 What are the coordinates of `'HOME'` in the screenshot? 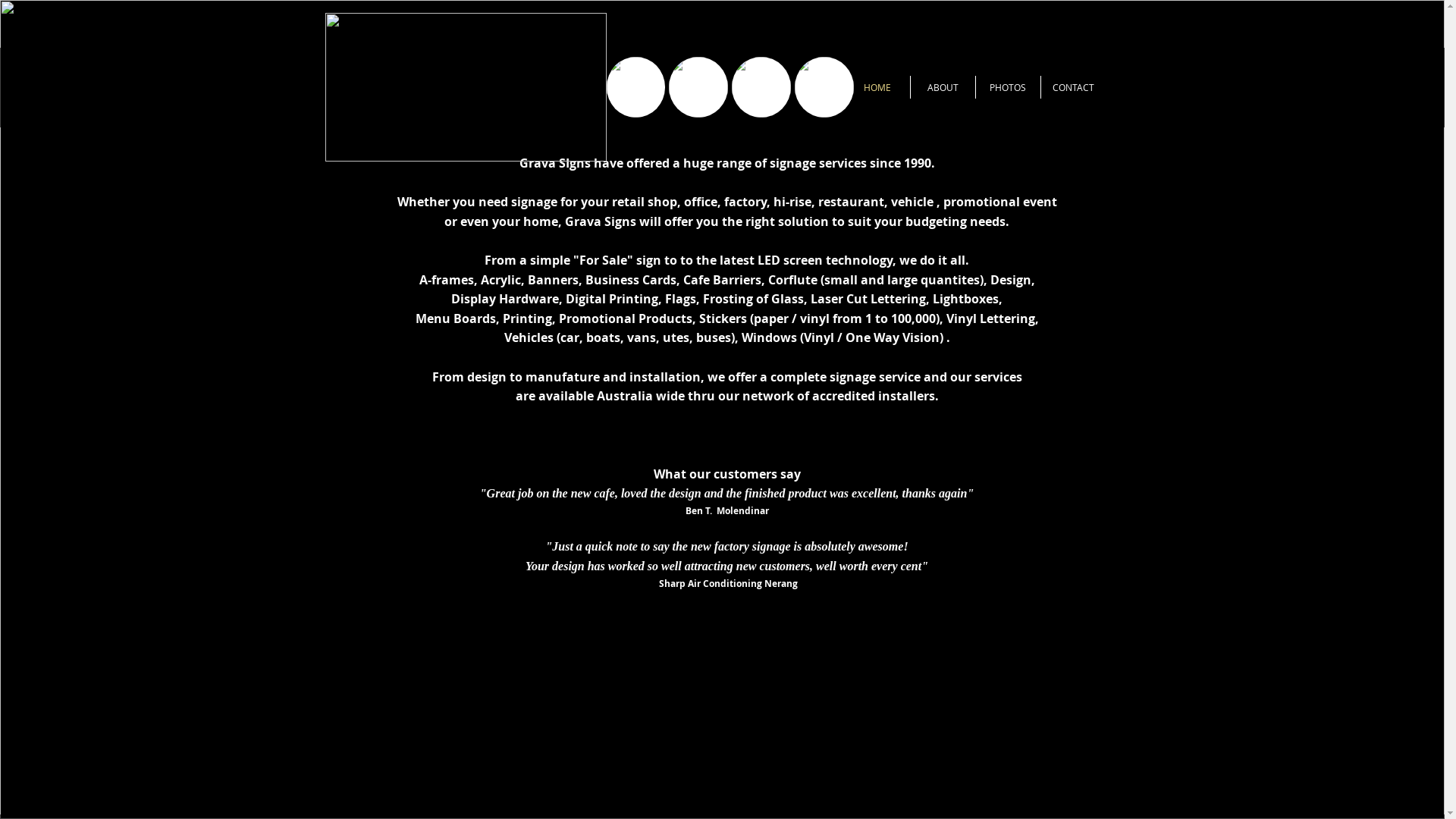 It's located at (877, 87).